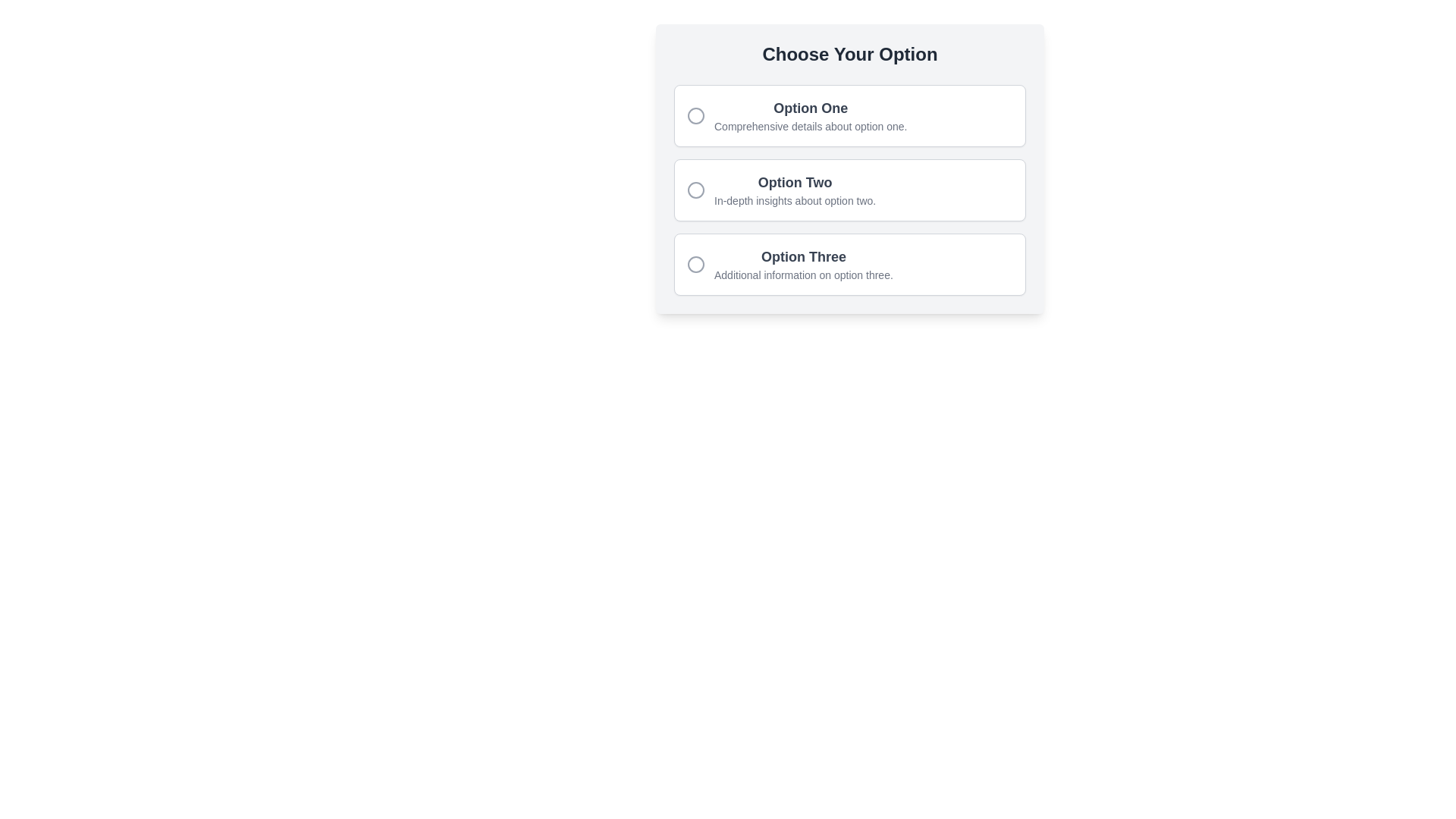  Describe the element at coordinates (794, 200) in the screenshot. I see `descriptive text element that provides information about the second selectable option in a three-option list, positioned beneath 'Option Two'` at that location.